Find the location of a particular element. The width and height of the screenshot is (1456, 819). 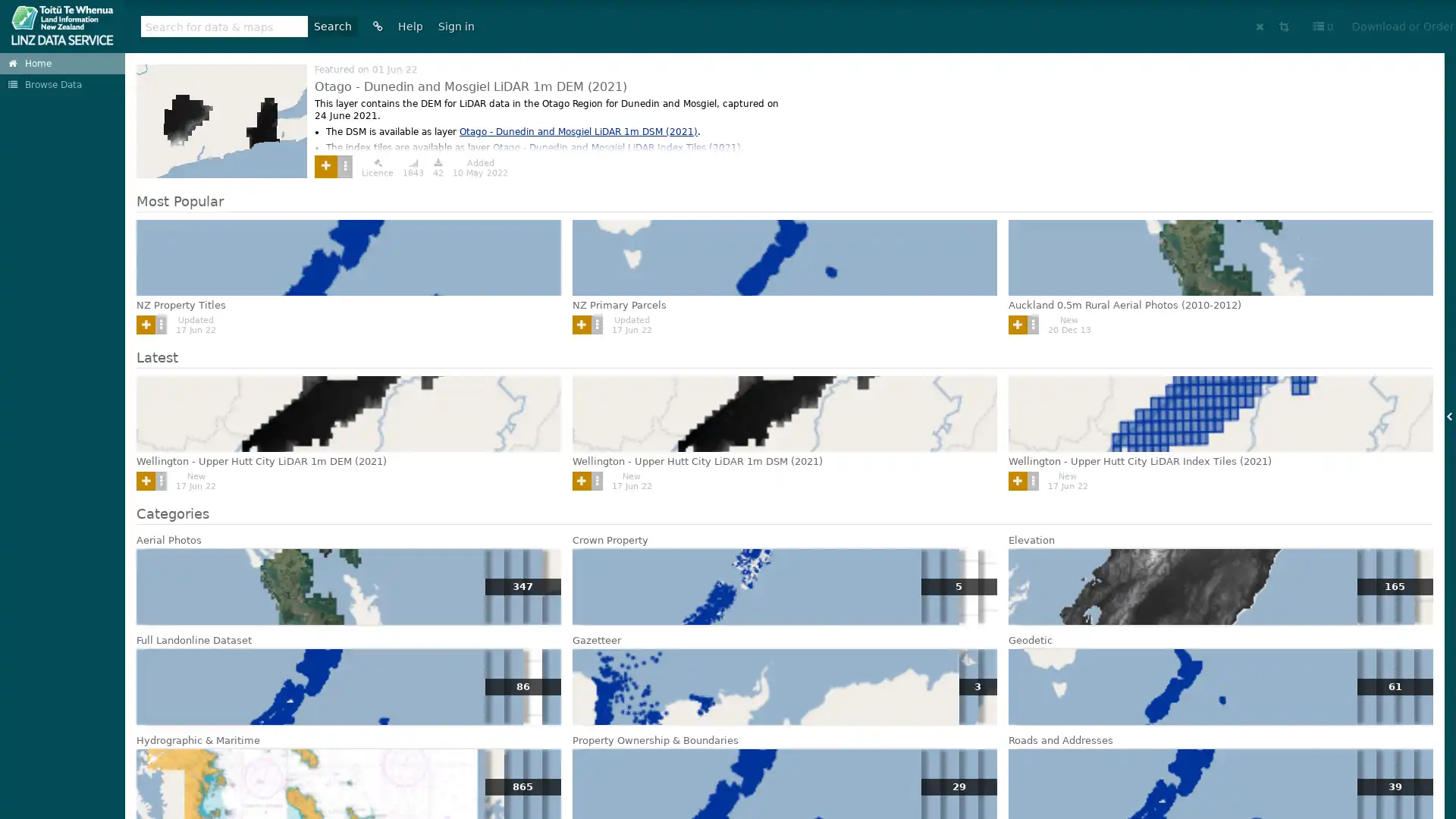

Search is located at coordinates (331, 26).